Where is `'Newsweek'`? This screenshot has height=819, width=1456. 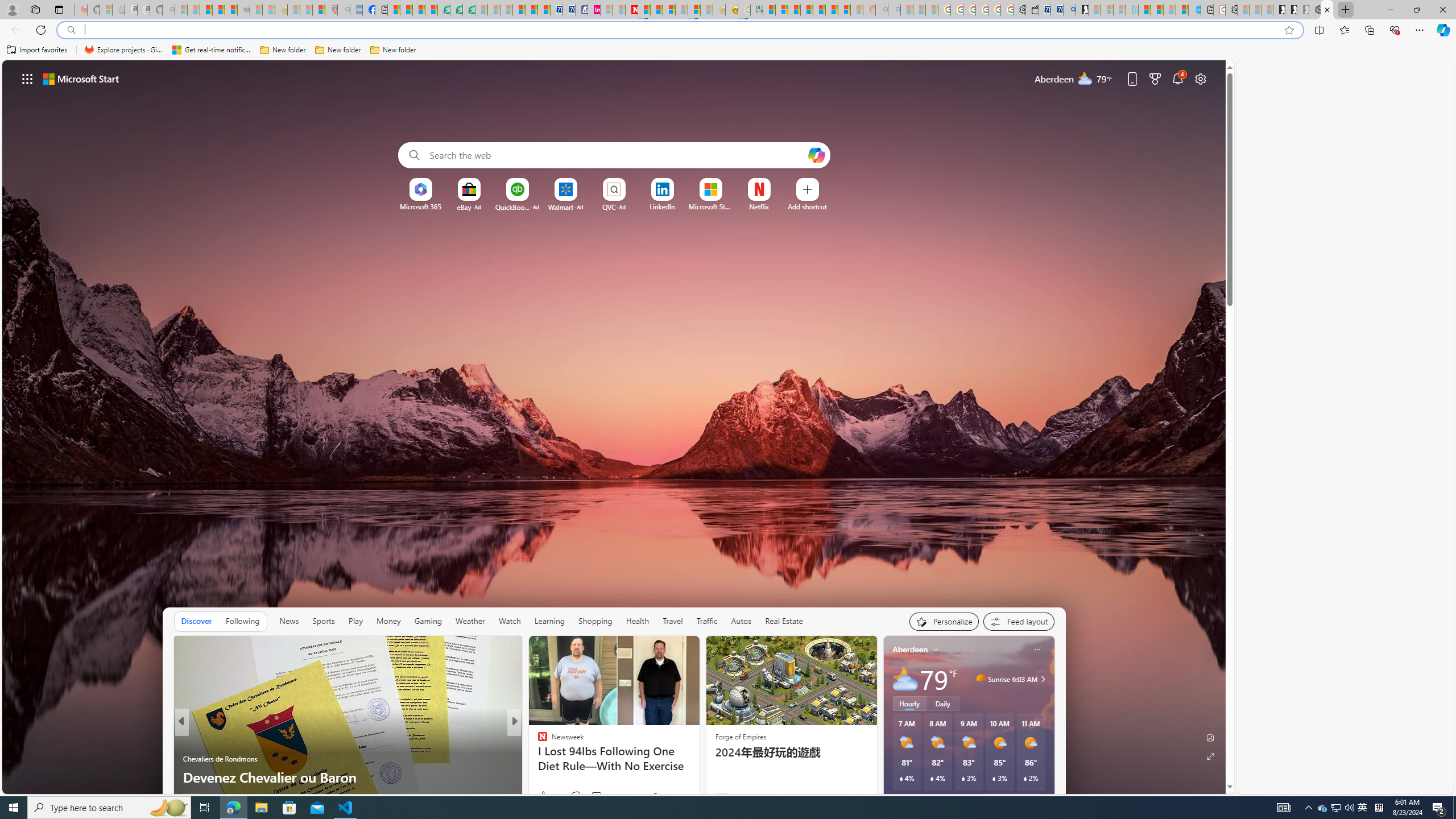 'Newsweek' is located at coordinates (537, 741).